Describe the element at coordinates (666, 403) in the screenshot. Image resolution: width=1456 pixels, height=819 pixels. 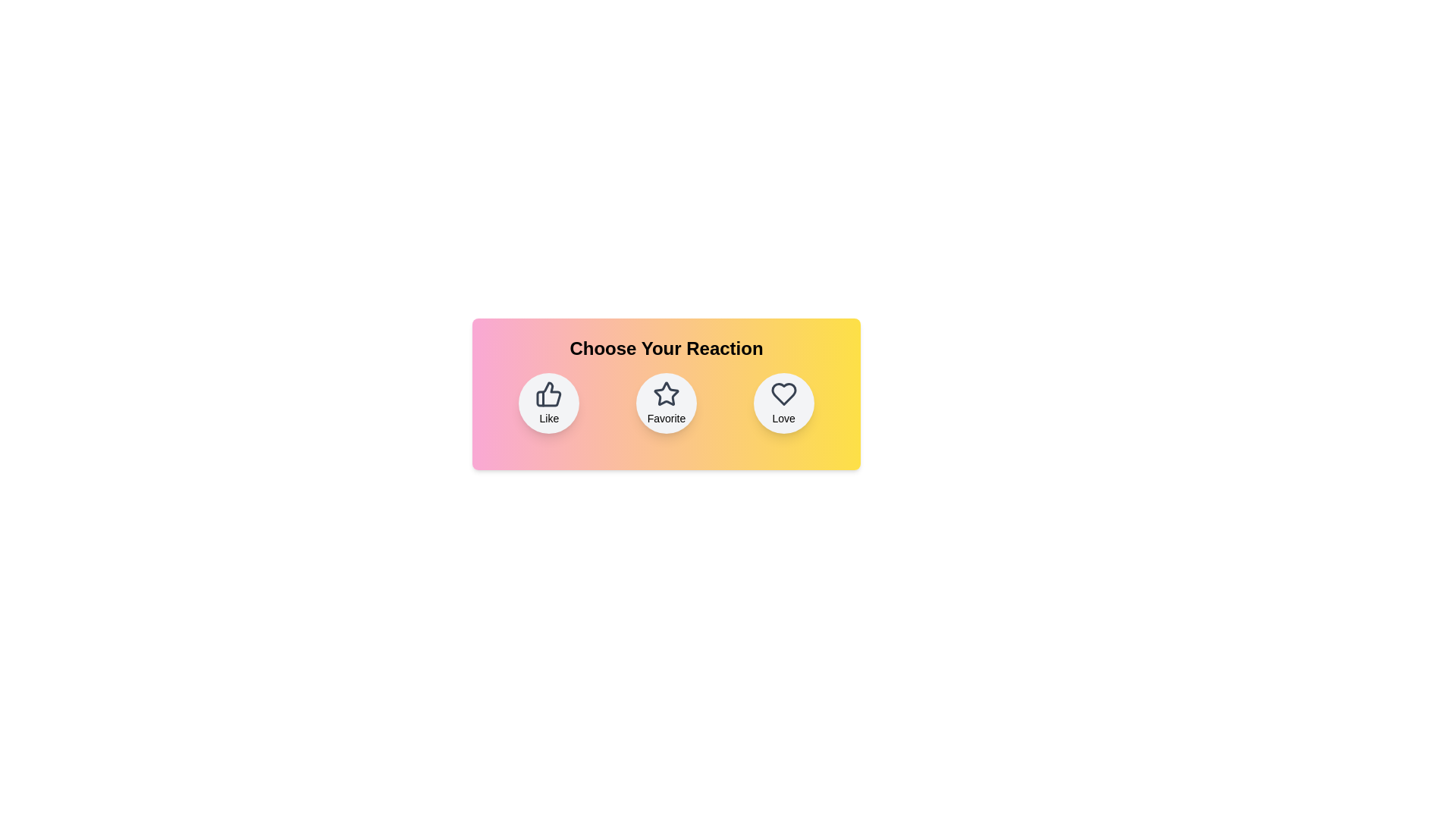
I see `the reaction button labeled 'Favorite' to observe its hover effect` at that location.